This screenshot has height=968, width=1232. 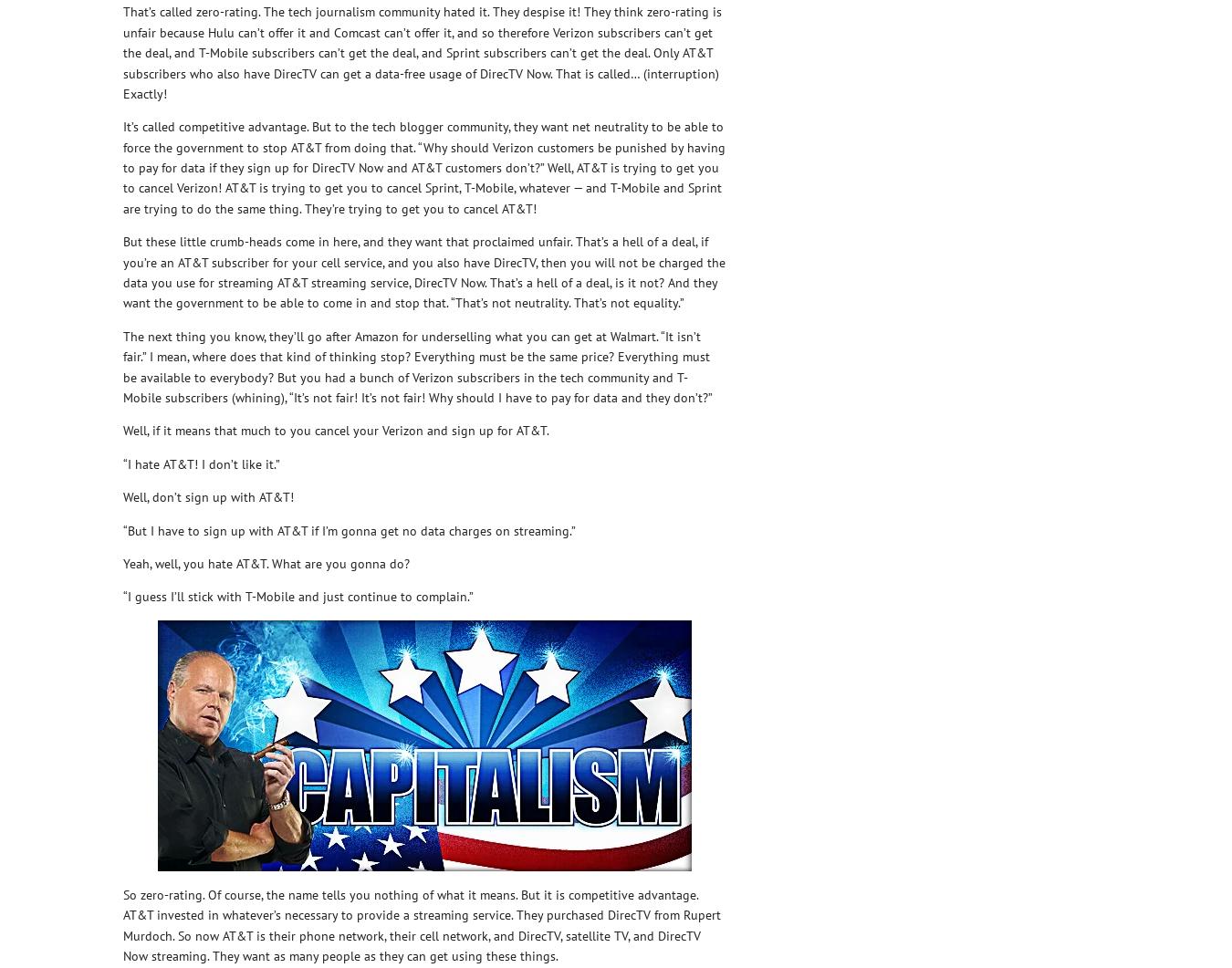 What do you see at coordinates (266, 561) in the screenshot?
I see `'Yeah, well, you hate AT&T. What are you gonna do?'` at bounding box center [266, 561].